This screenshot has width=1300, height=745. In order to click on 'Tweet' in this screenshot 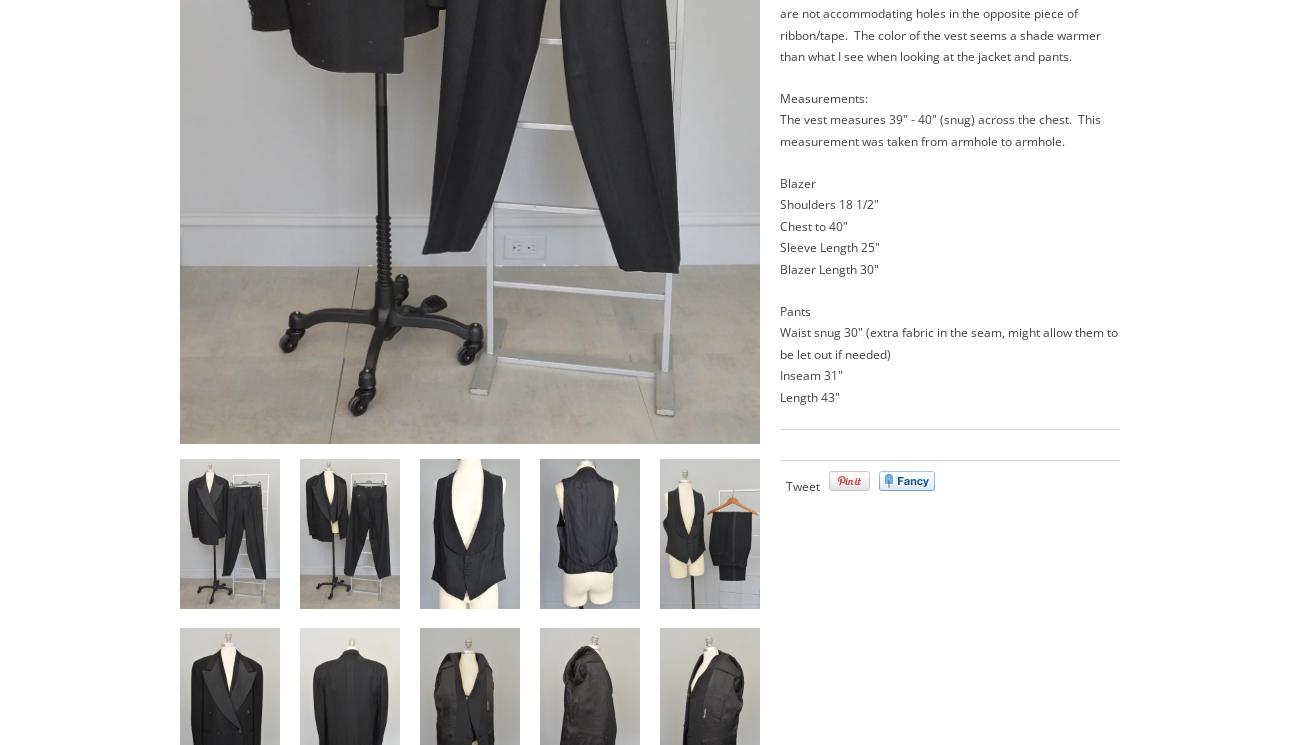, I will do `click(802, 485)`.